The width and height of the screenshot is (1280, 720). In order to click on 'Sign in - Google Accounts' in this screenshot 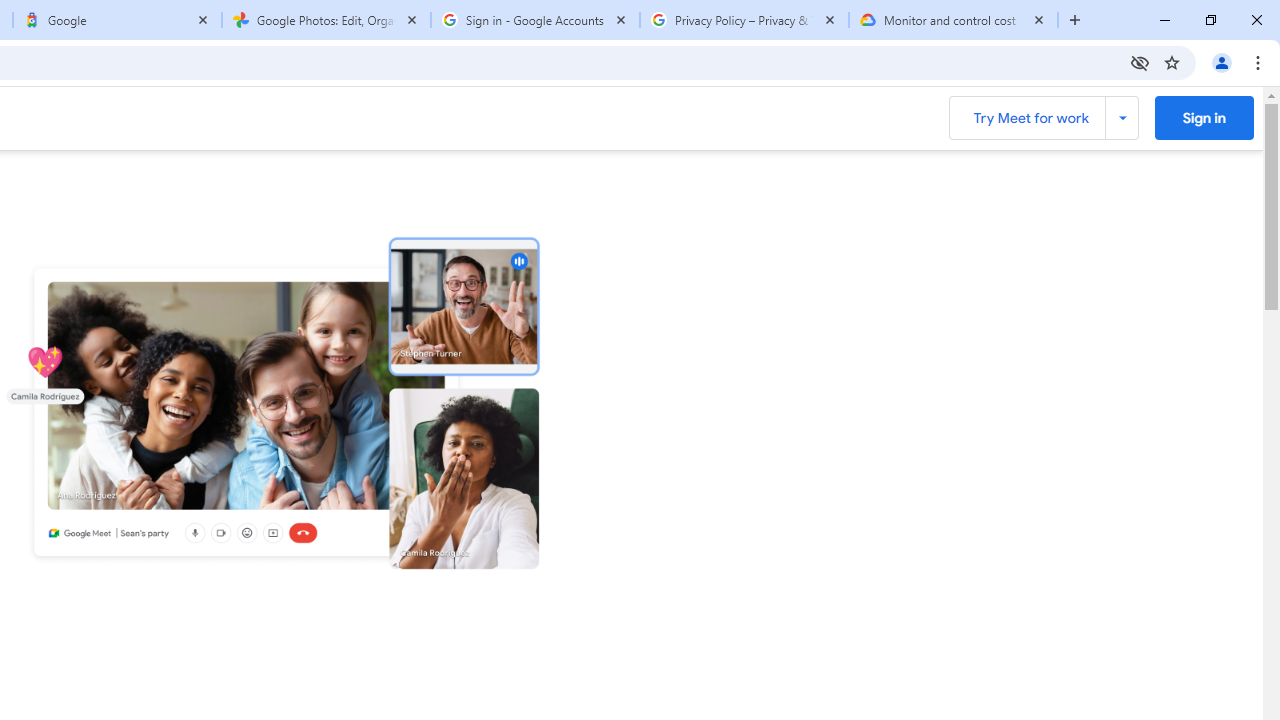, I will do `click(535, 20)`.